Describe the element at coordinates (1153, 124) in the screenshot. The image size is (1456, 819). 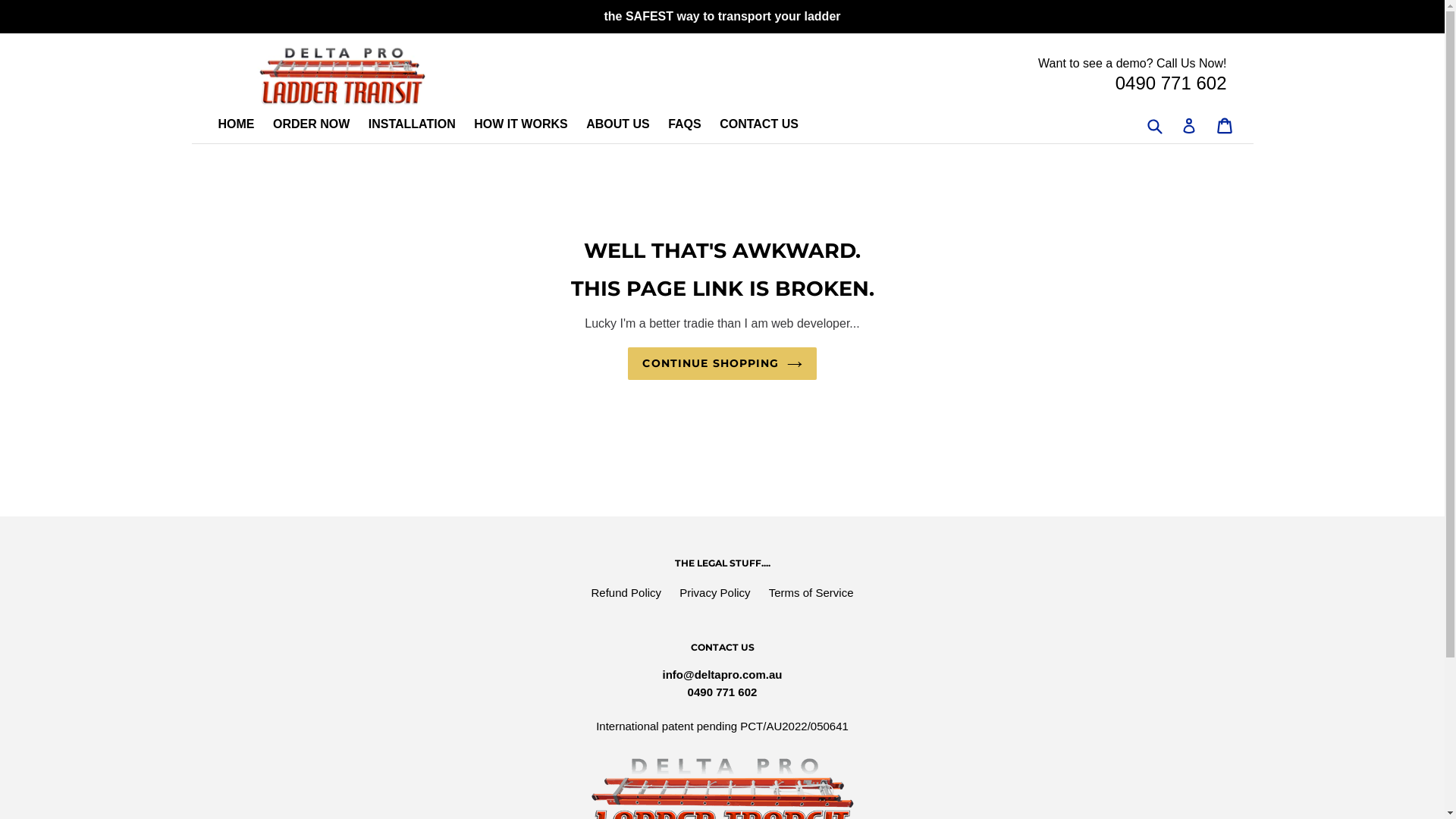
I see `'Submit'` at that location.